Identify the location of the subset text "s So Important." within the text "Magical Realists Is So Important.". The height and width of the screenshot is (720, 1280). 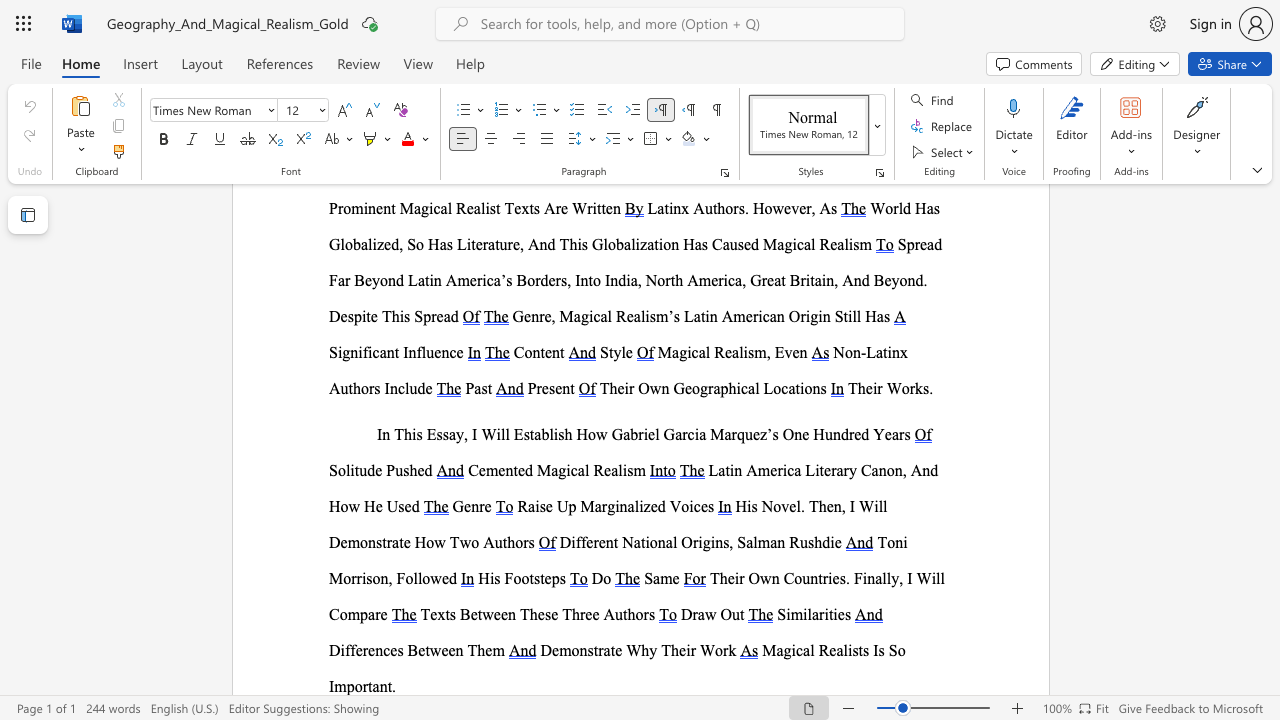
(878, 650).